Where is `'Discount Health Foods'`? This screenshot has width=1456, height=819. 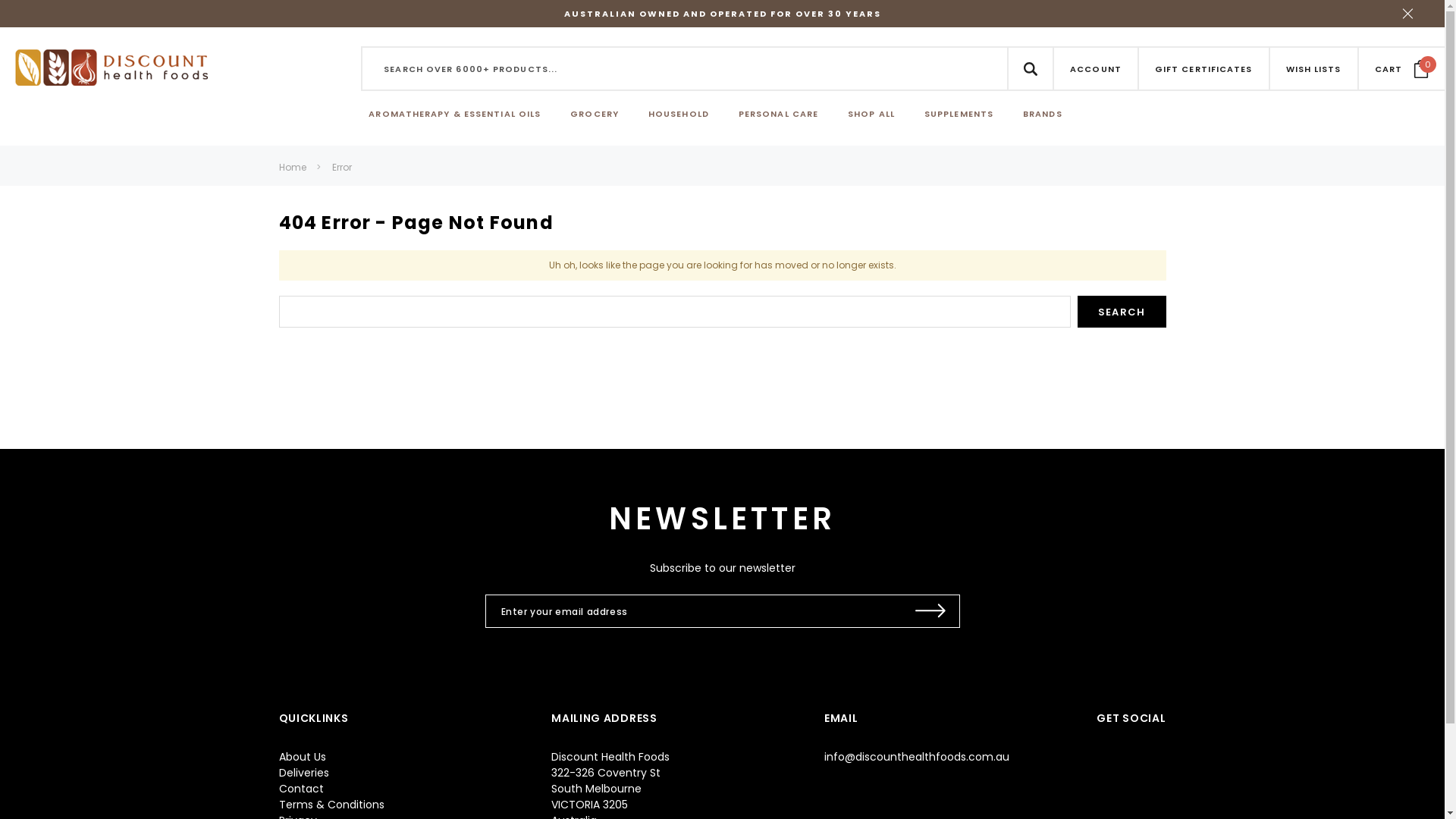
'Discount Health Foods' is located at coordinates (111, 66).